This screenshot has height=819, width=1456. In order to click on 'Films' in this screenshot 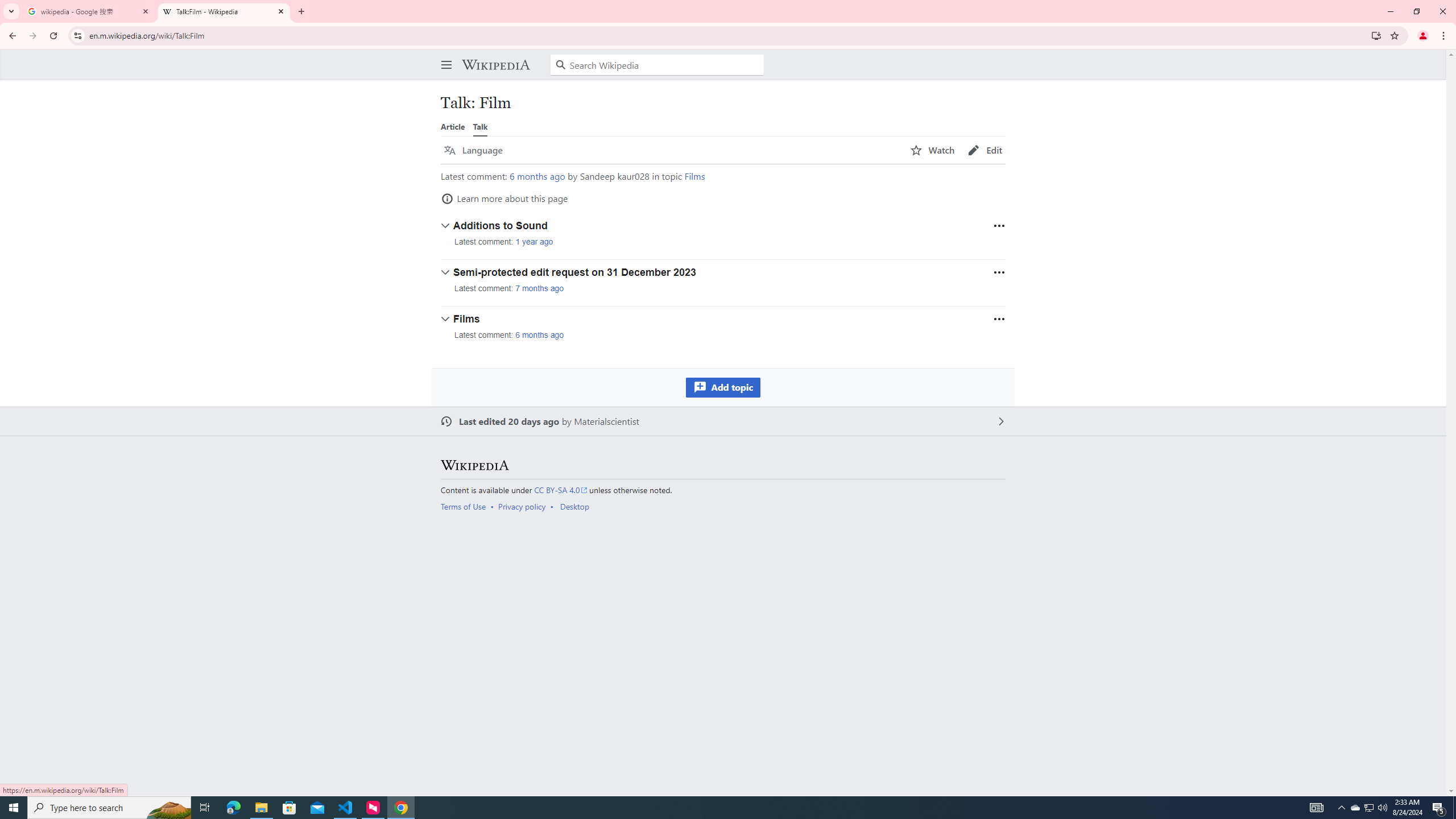, I will do `click(694, 176)`.